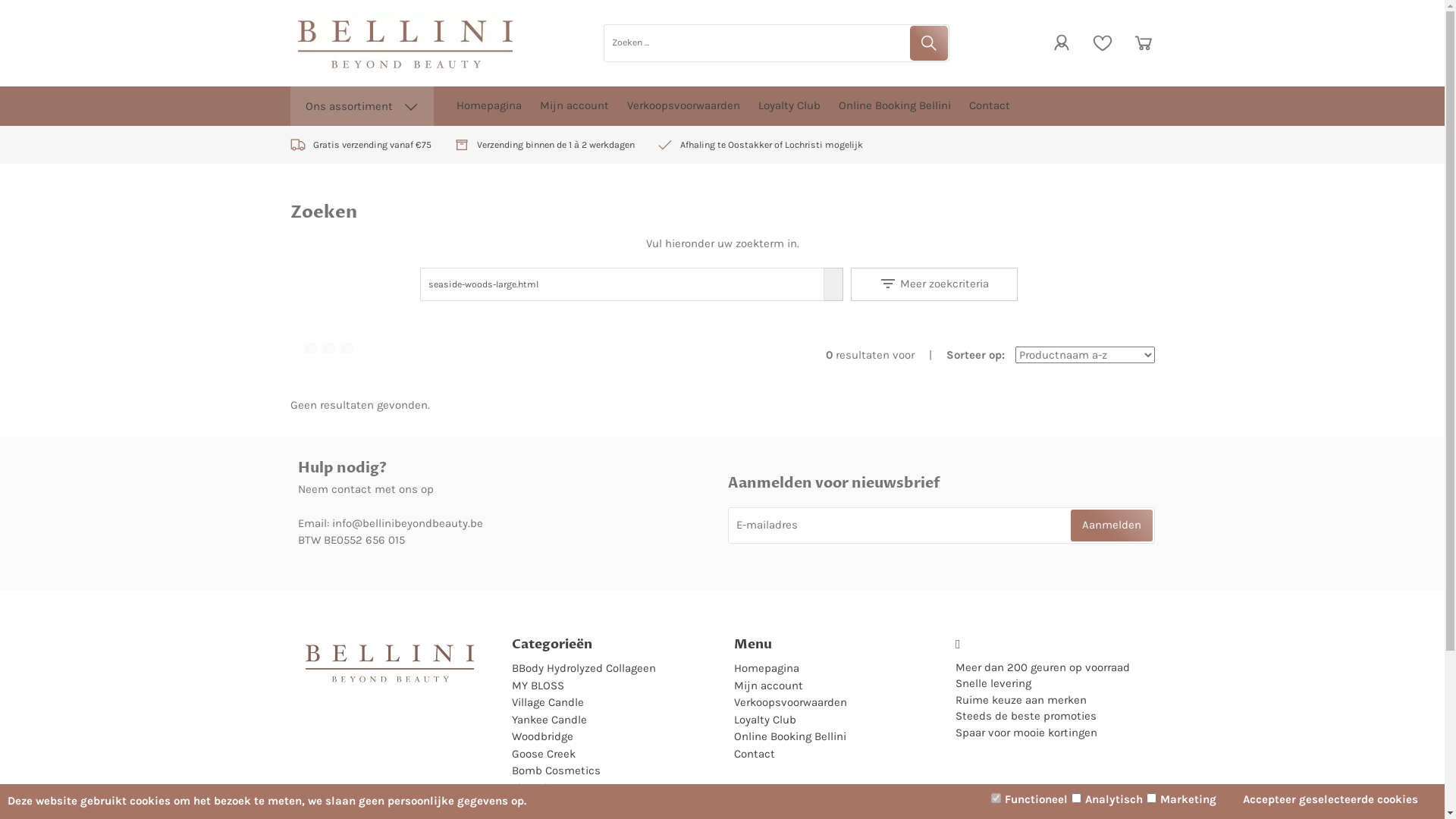  I want to click on 'MY BLOSS', so click(538, 685).